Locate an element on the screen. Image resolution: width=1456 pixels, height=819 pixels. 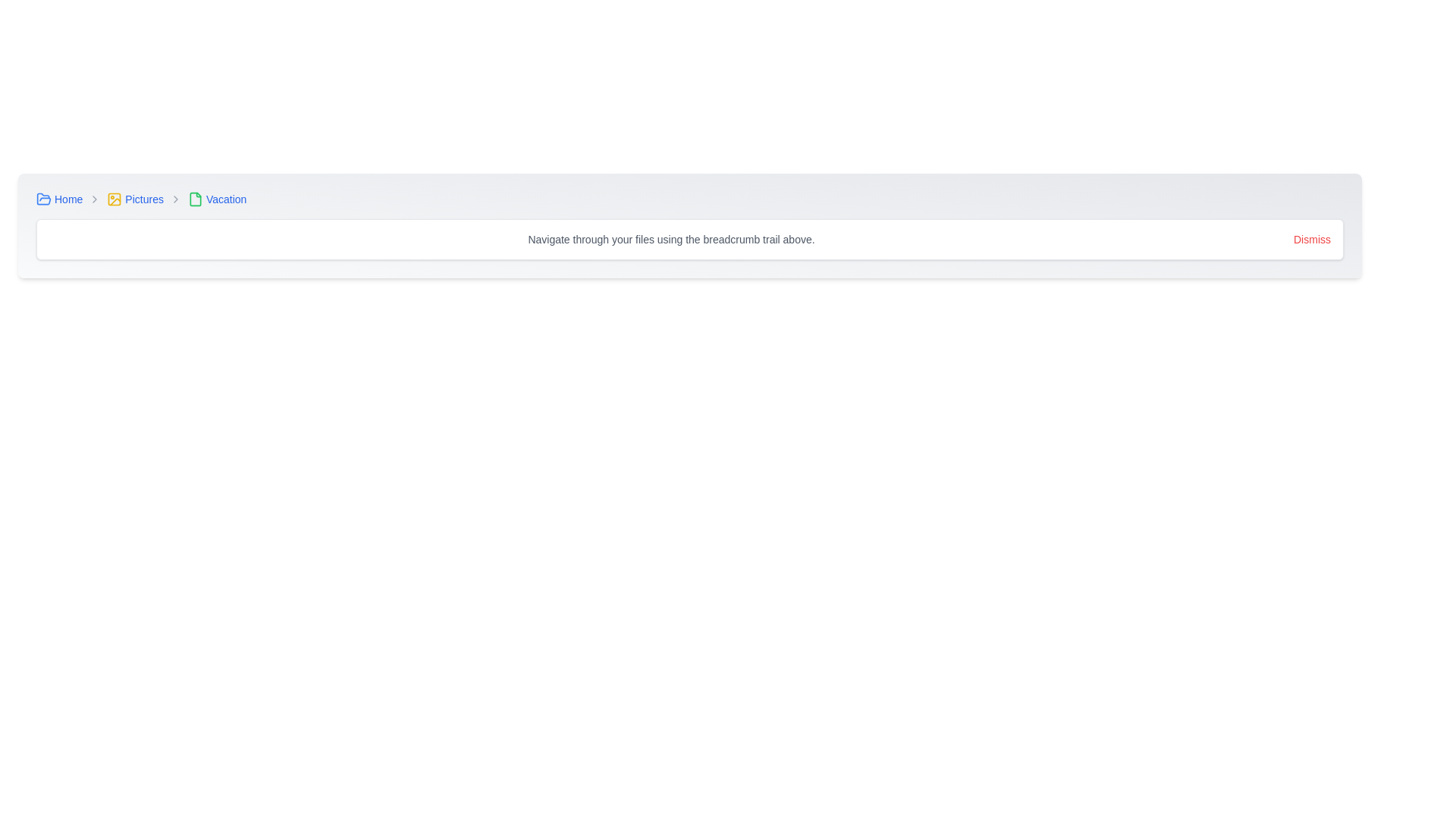
the blue outlined folder icon, which is the second icon in the breadcrumb navigation is located at coordinates (43, 198).